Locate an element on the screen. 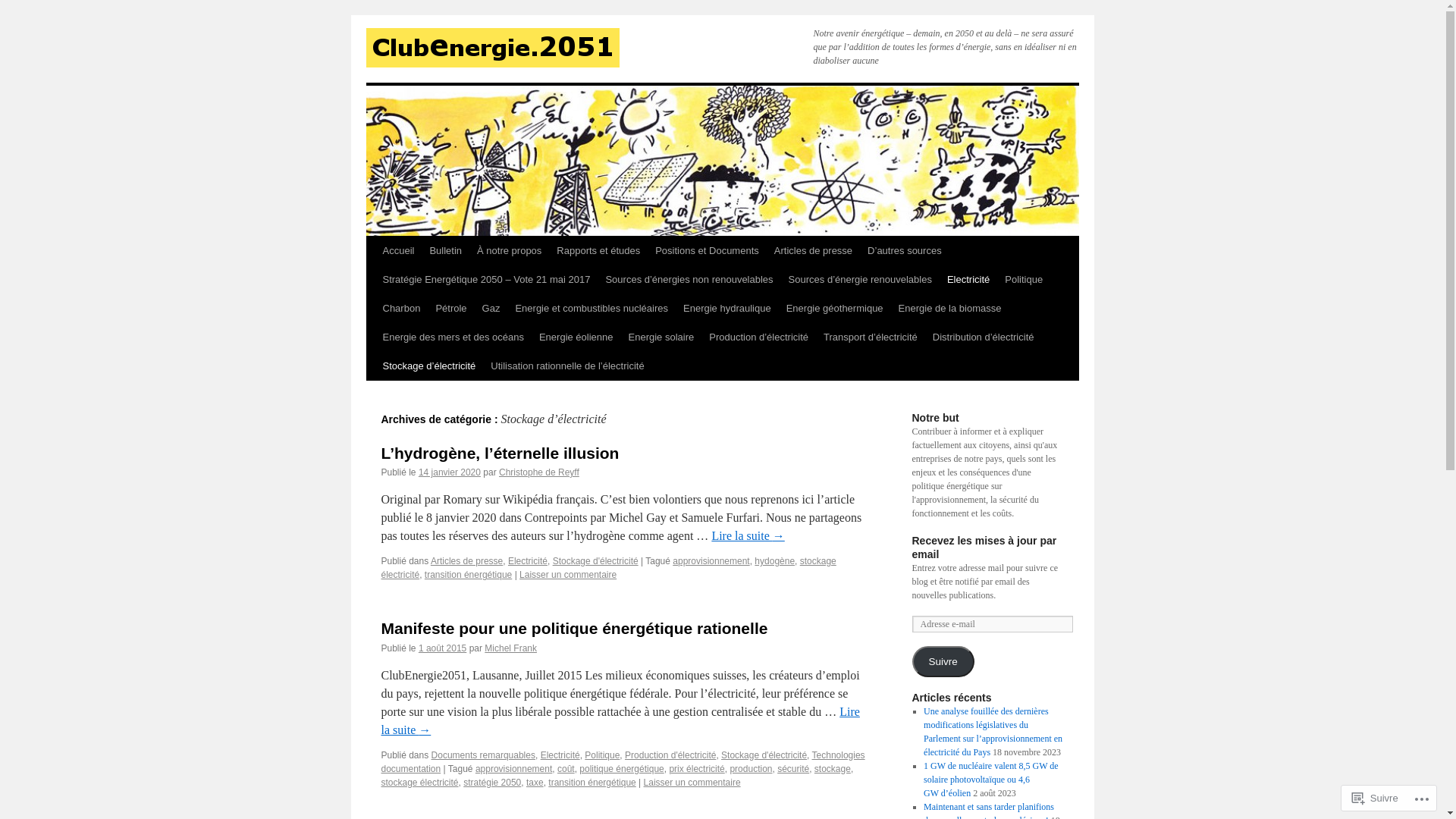 Image resolution: width=1456 pixels, height=819 pixels. 'Laisser un commentaire' is located at coordinates (566, 575).